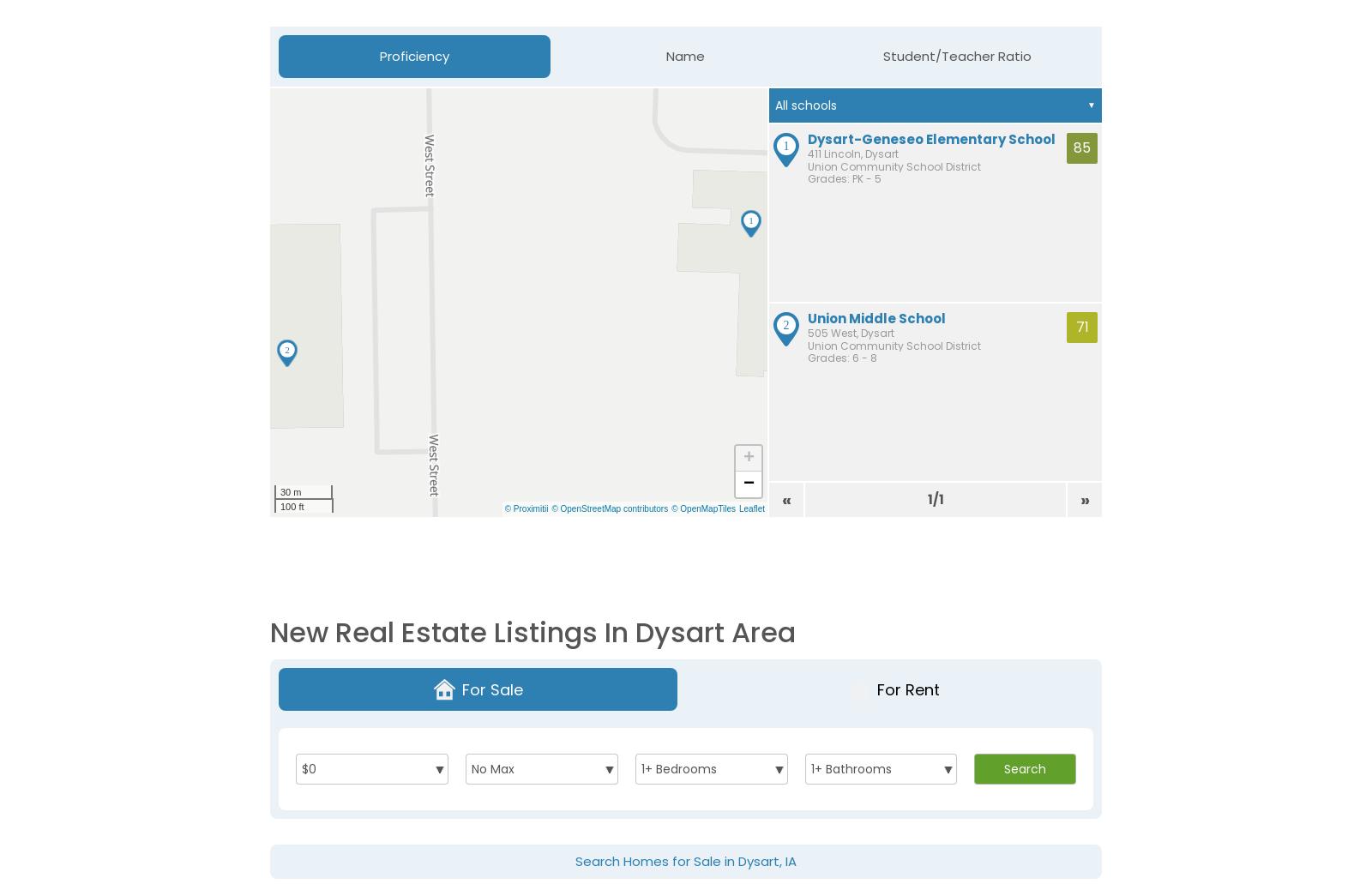  What do you see at coordinates (957, 55) in the screenshot?
I see `'Student/Teacher Ratio'` at bounding box center [957, 55].